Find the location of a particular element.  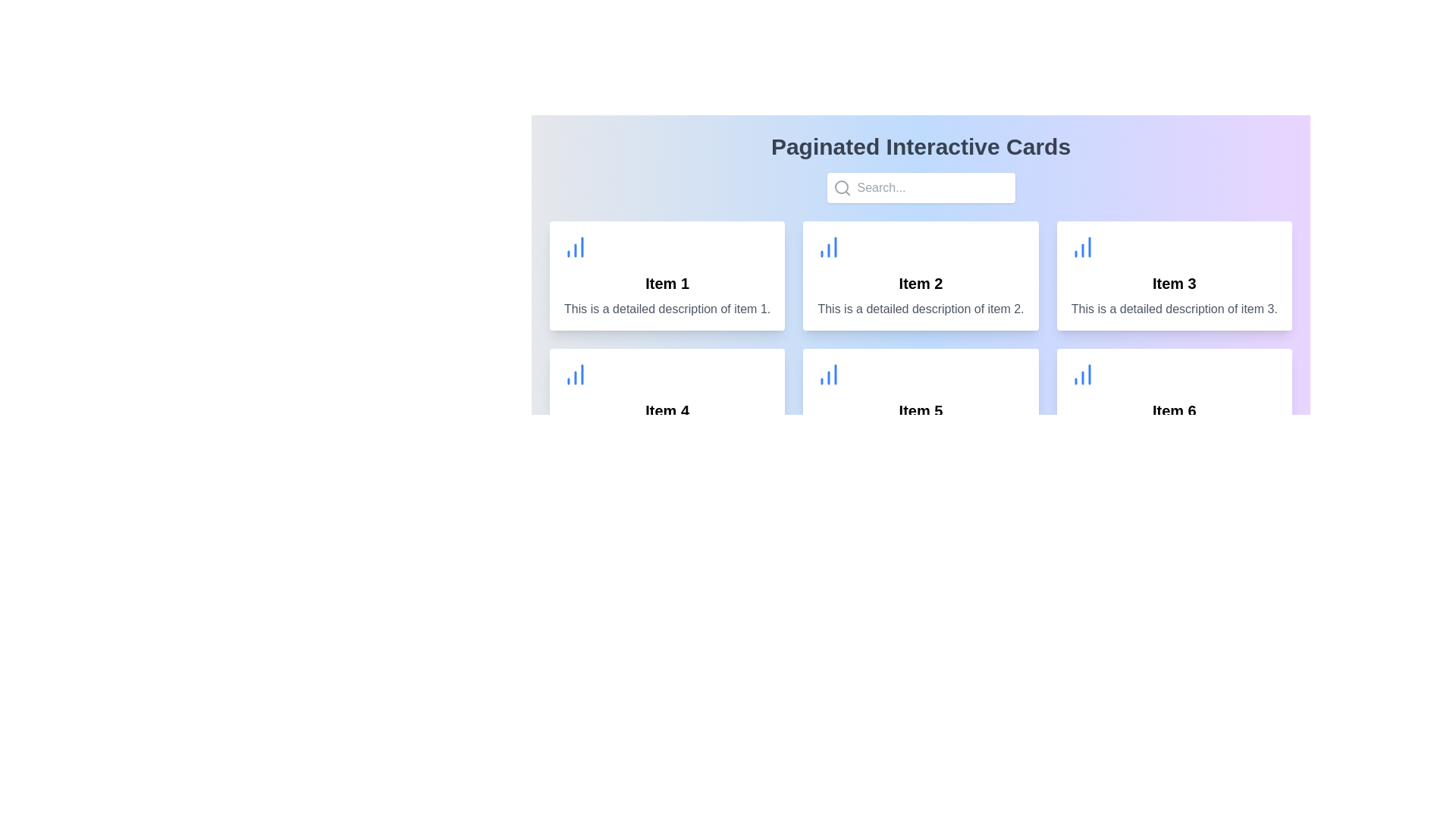

the second card in the second column of the grid layout, which visually represents an item with a title, description, and icon is located at coordinates (920, 275).